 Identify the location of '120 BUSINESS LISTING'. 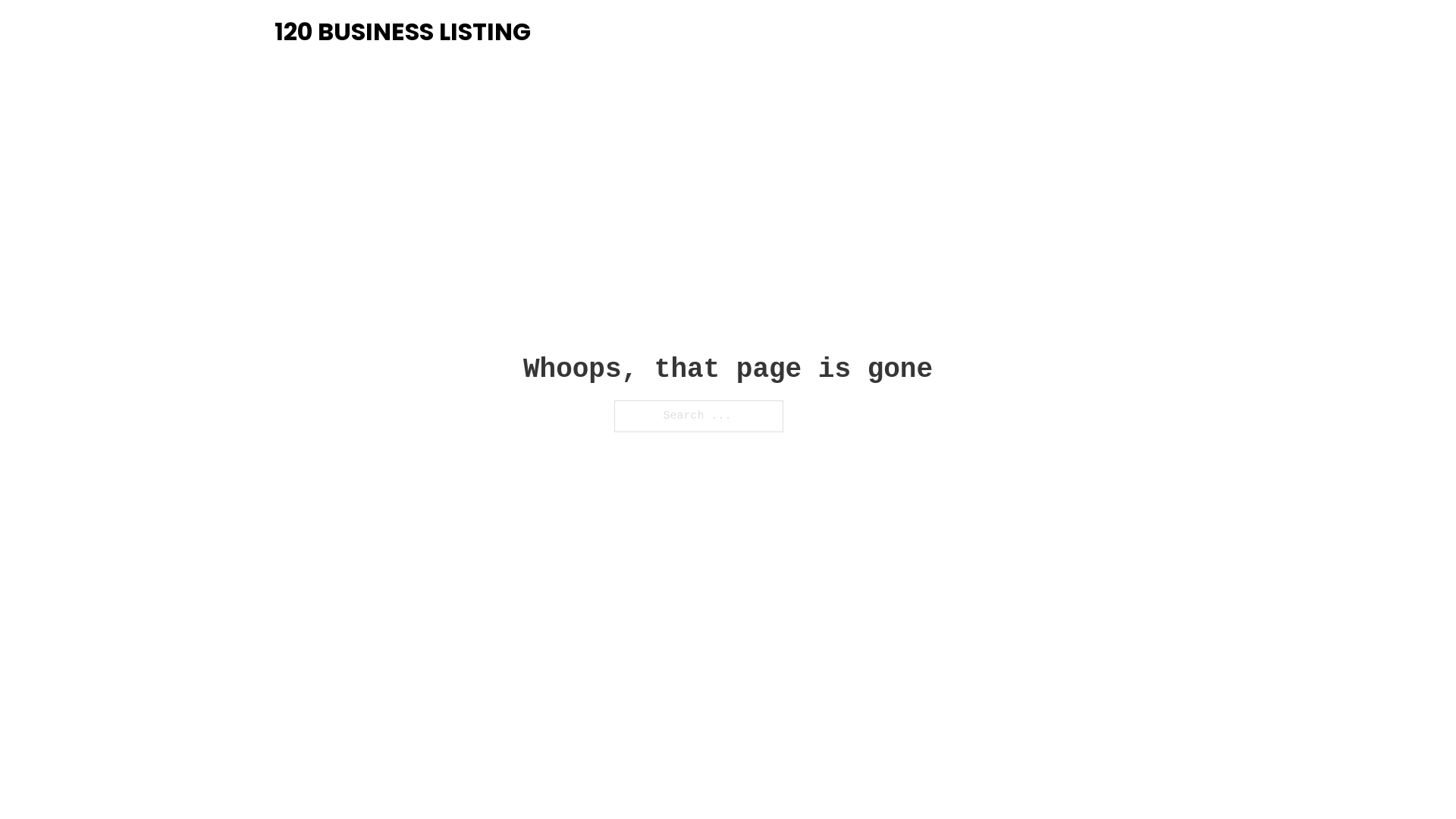
(403, 32).